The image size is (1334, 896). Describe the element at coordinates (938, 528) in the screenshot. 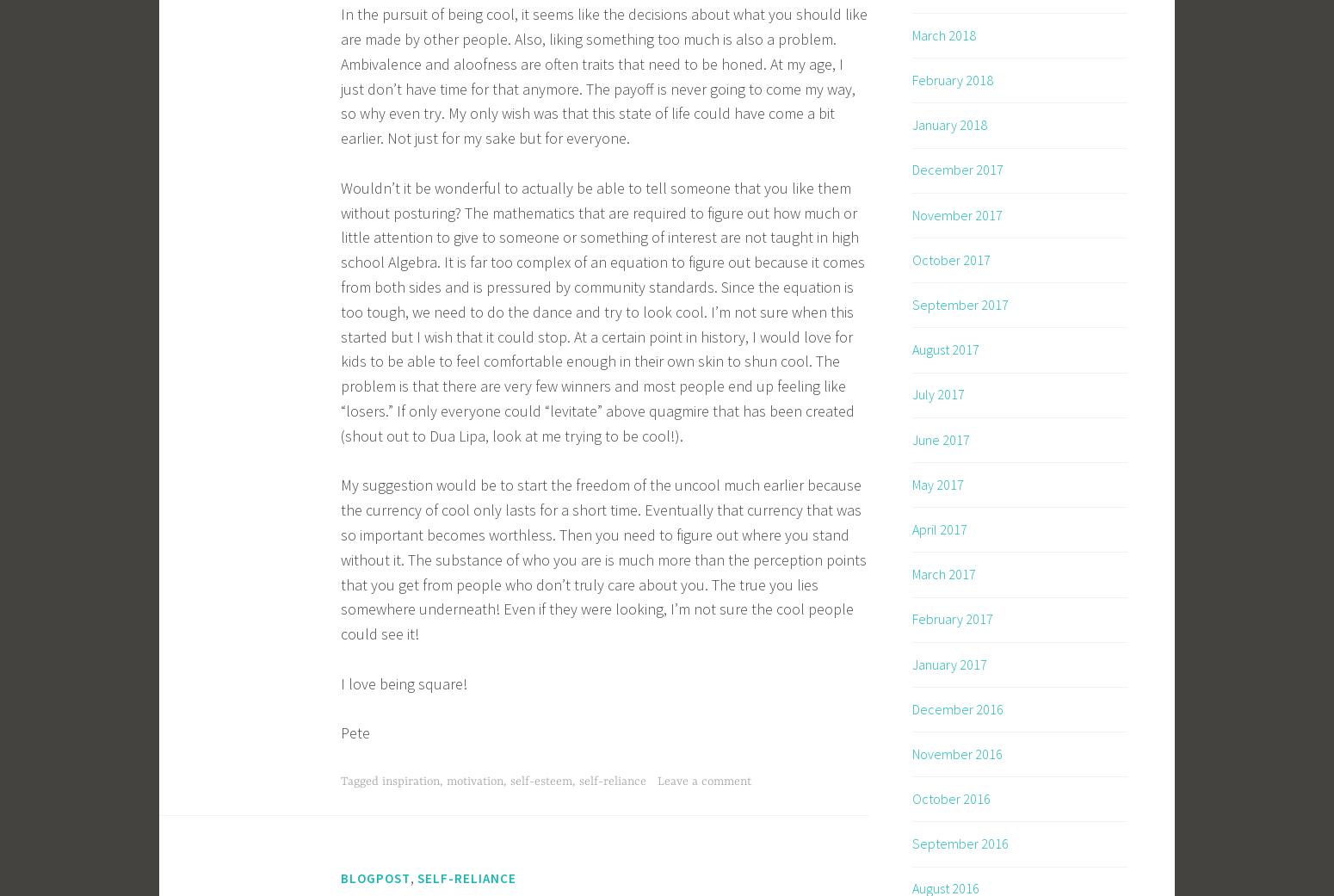

I see `'April 2017'` at that location.